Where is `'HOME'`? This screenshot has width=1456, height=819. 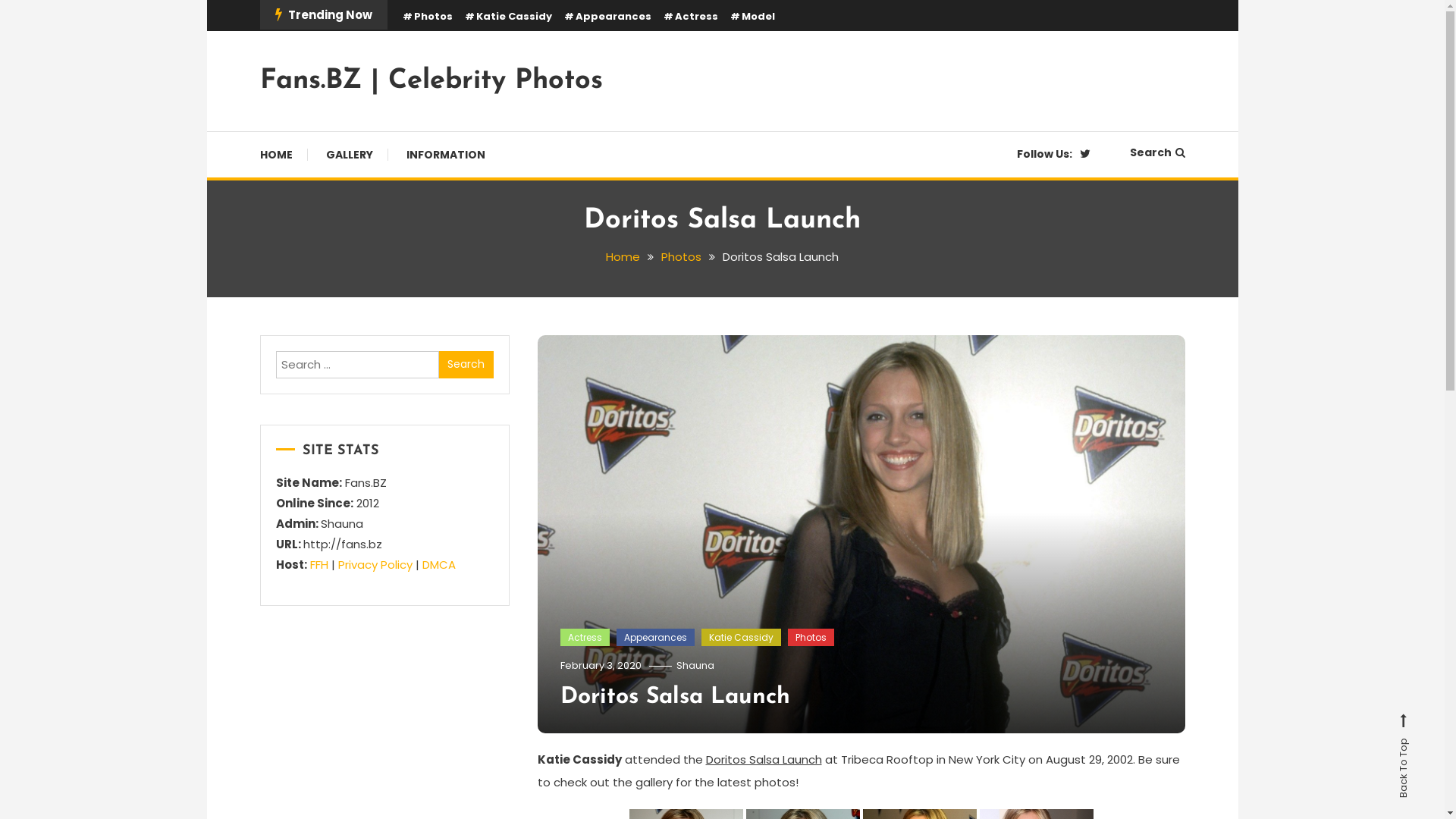 'HOME' is located at coordinates (283, 155).